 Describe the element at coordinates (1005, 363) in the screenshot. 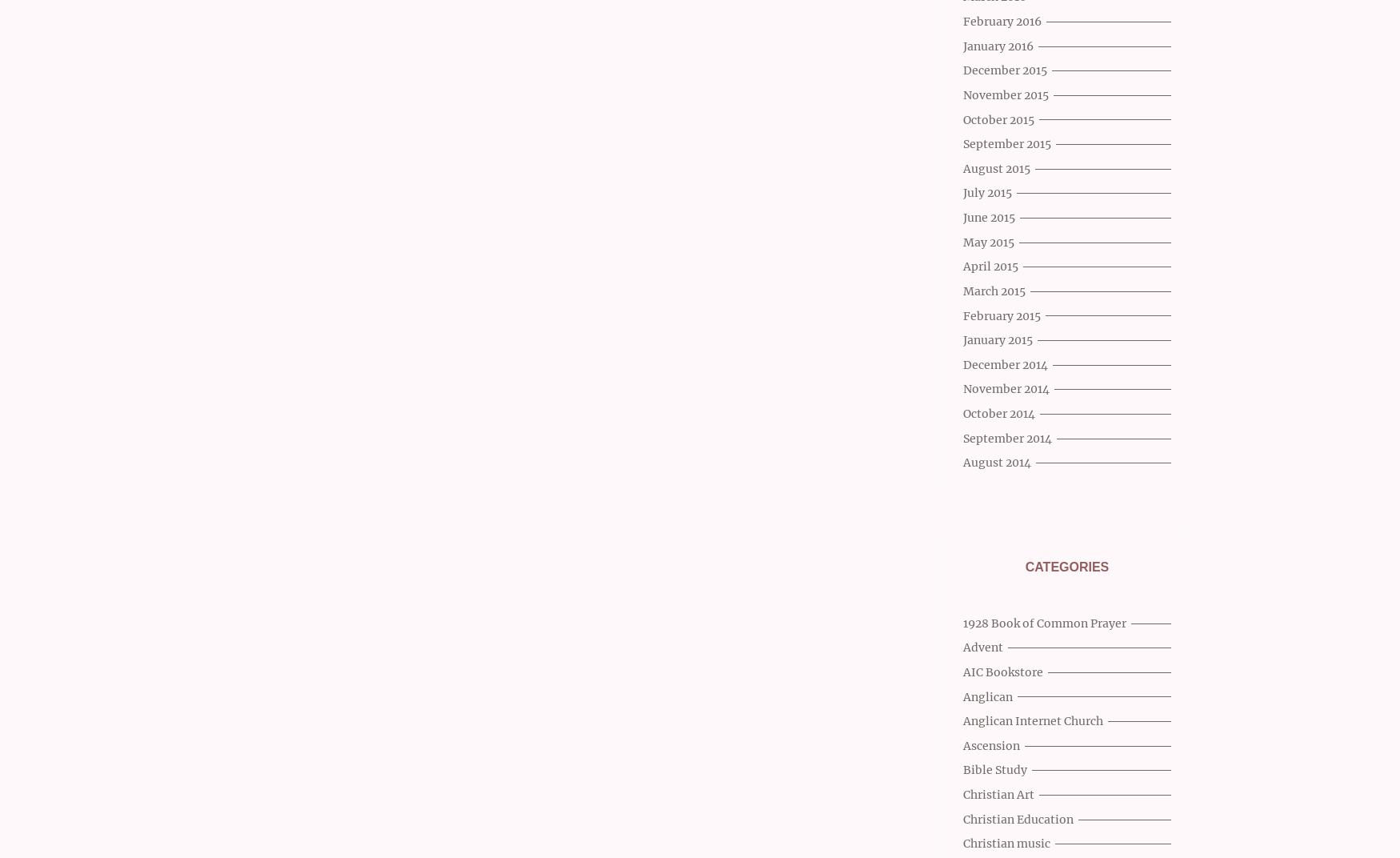

I see `'December 2014'` at that location.